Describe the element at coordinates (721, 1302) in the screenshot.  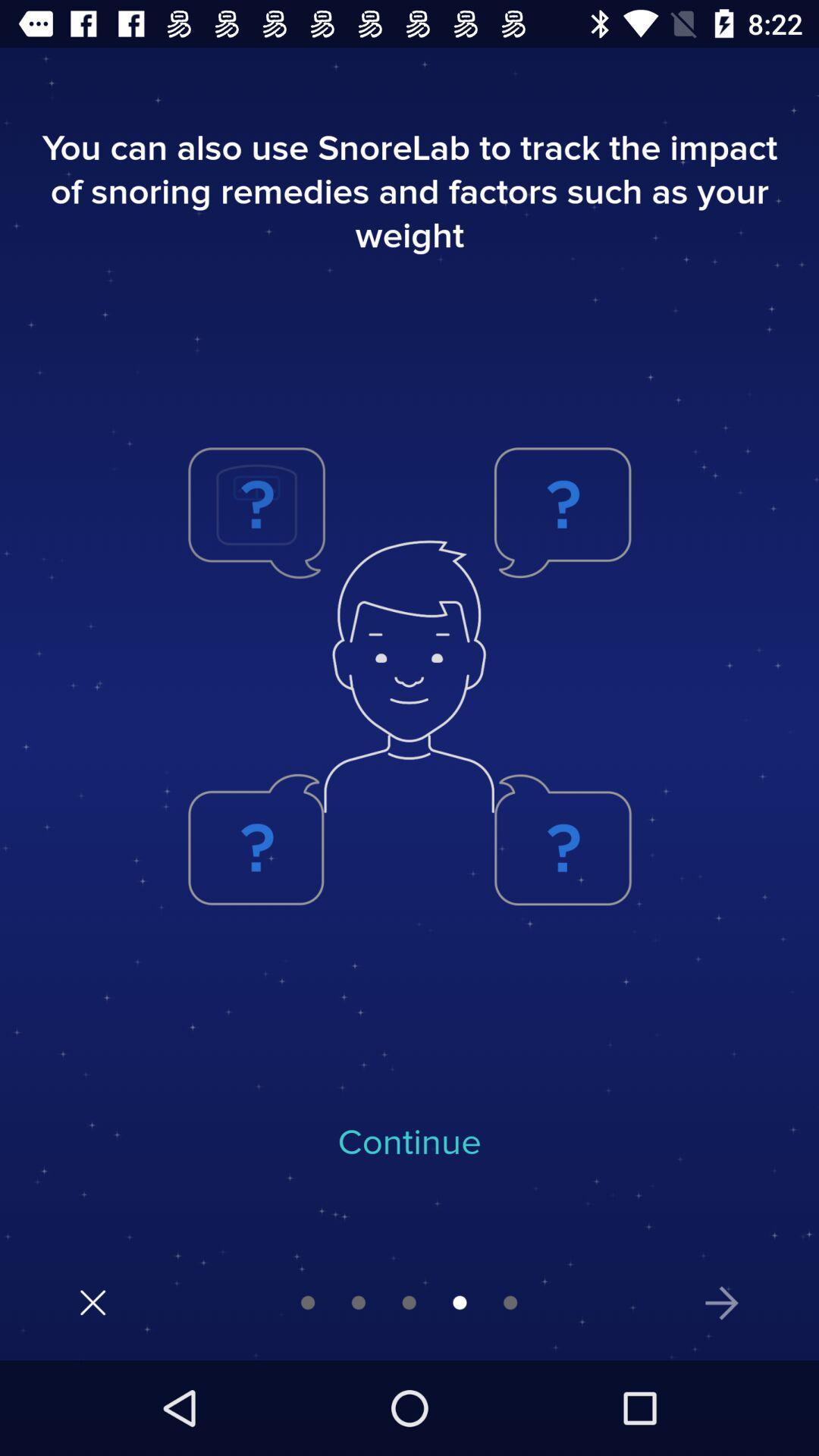
I see `show next tip` at that location.